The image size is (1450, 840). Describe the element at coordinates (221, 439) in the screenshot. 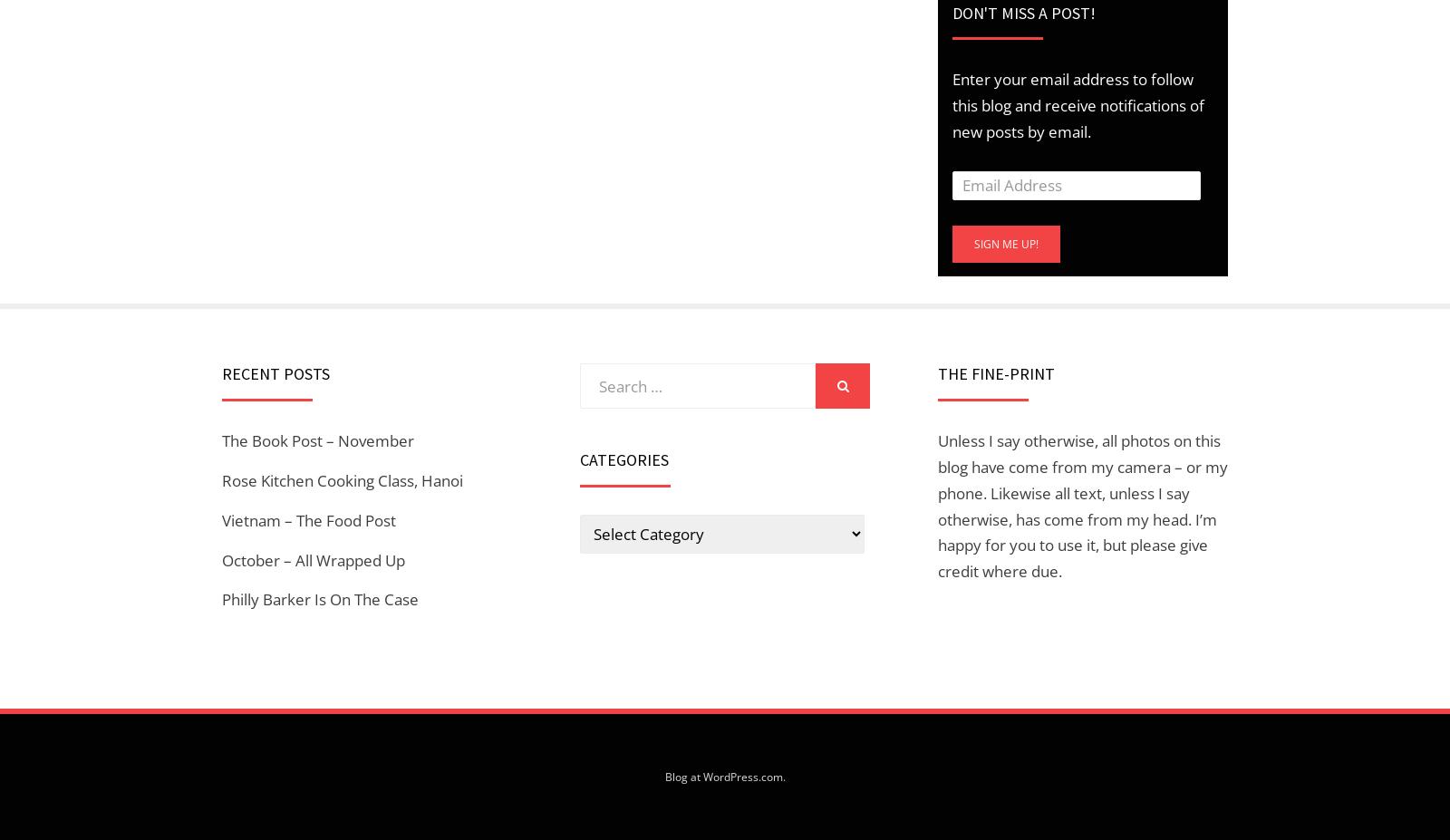

I see `'The Book Post – November'` at that location.